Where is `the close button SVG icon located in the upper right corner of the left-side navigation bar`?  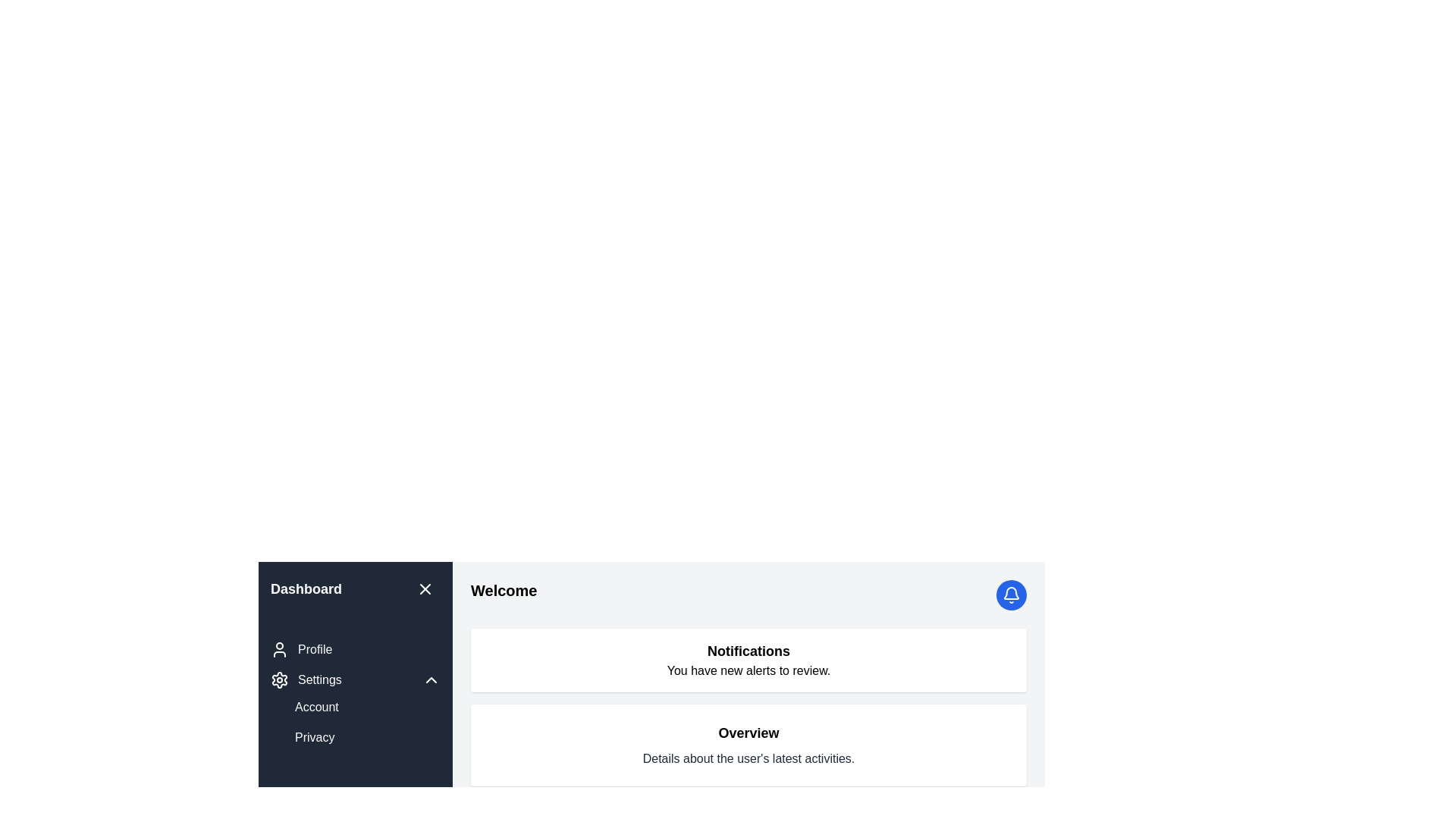
the close button SVG icon located in the upper right corner of the left-side navigation bar is located at coordinates (425, 588).